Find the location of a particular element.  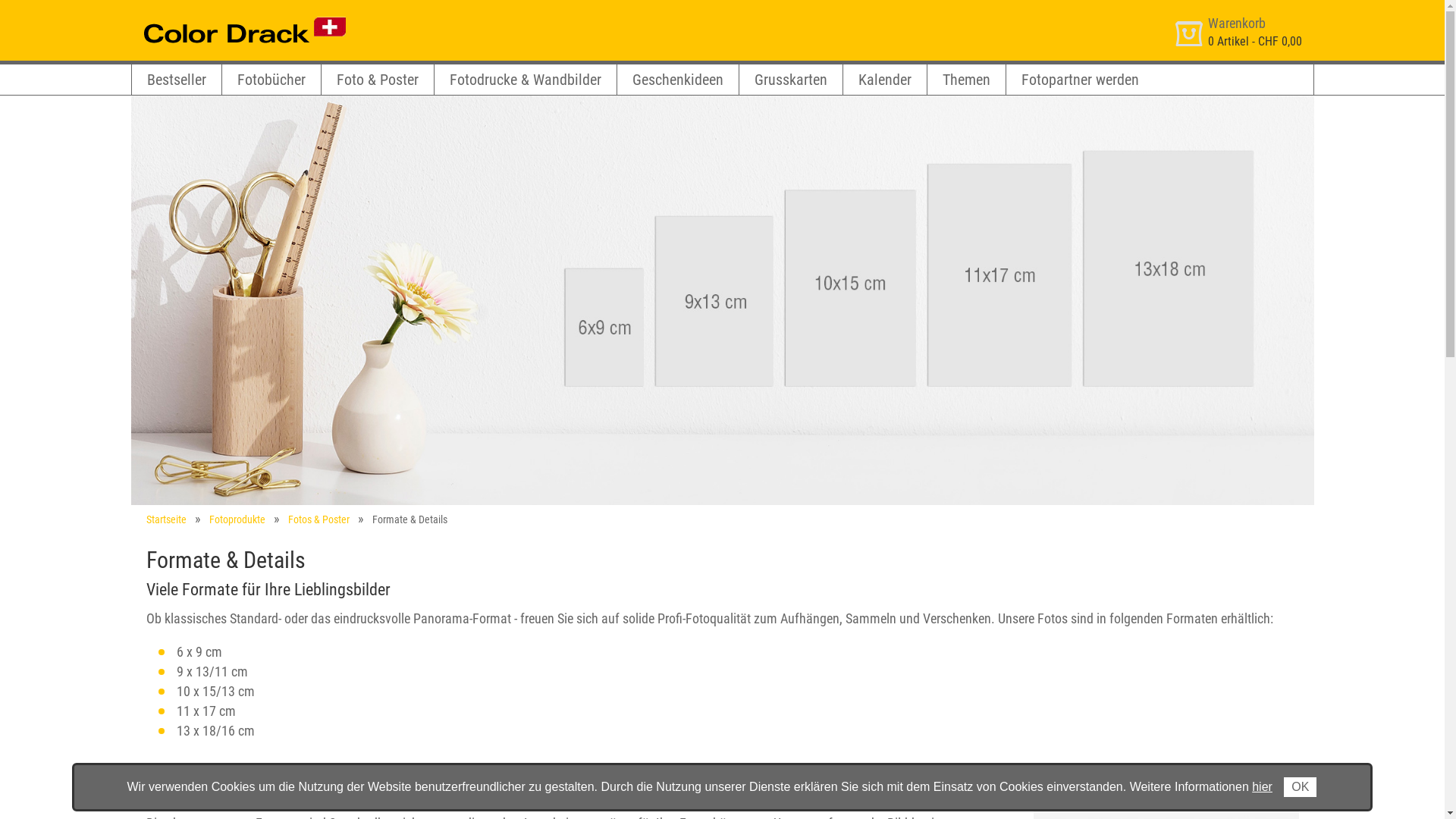

'Themen' is located at coordinates (965, 79).